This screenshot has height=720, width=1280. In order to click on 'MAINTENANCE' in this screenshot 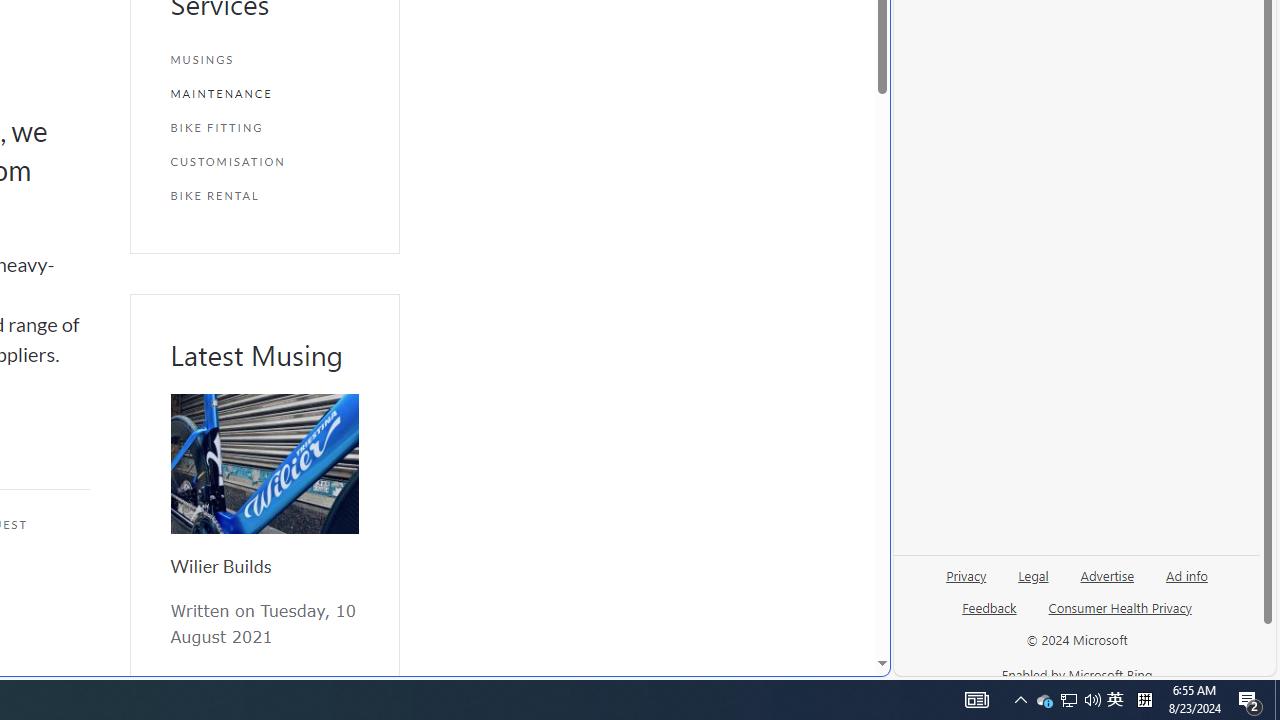, I will do `click(263, 93)`.